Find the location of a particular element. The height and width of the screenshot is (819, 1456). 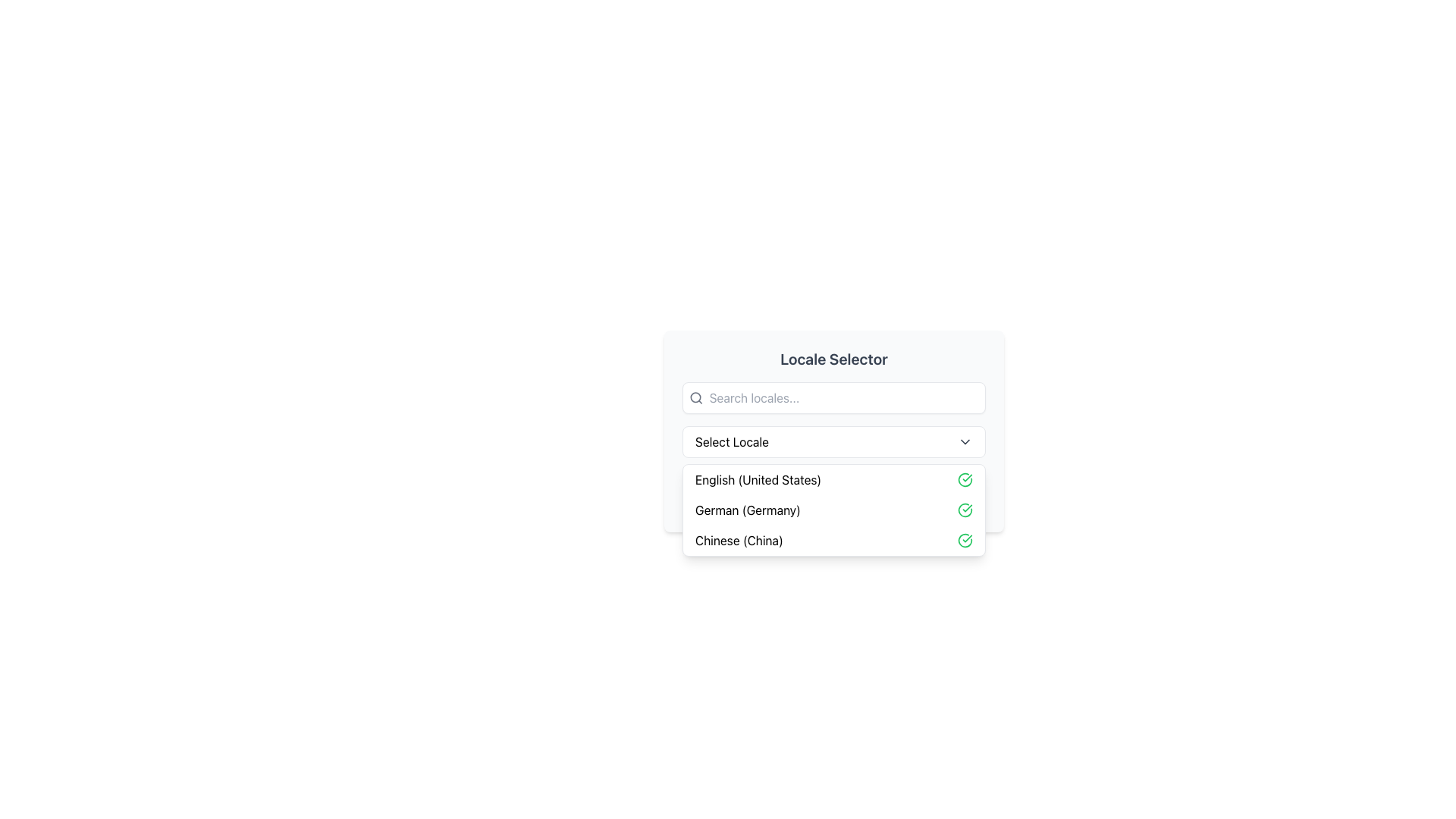

the green circular icon with a checkmark inside it, located to the far right of the 'German (Germany)' text option in the dropdown list, to deselect it is located at coordinates (964, 510).